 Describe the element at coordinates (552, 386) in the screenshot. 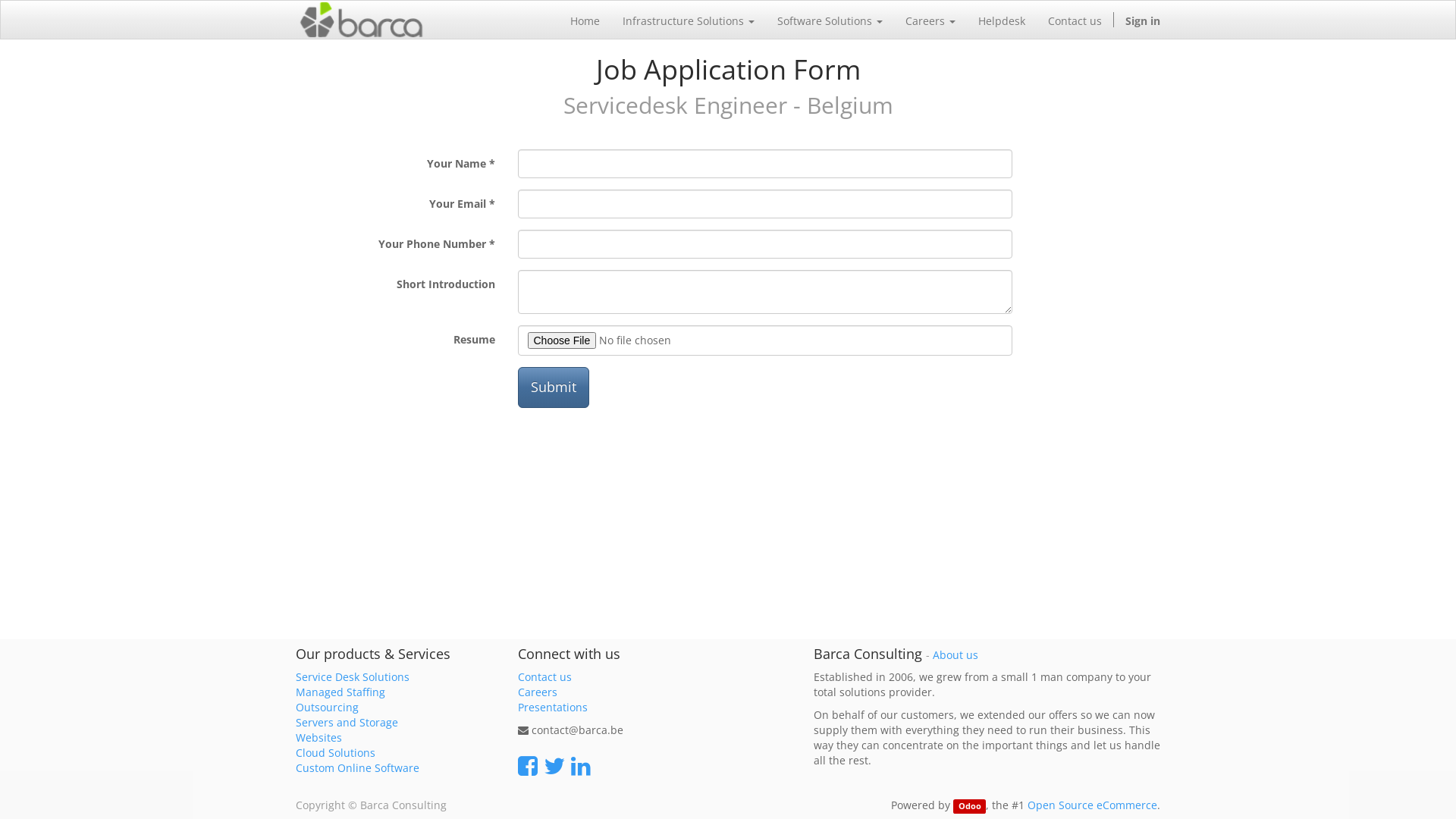

I see `'Submit'` at that location.